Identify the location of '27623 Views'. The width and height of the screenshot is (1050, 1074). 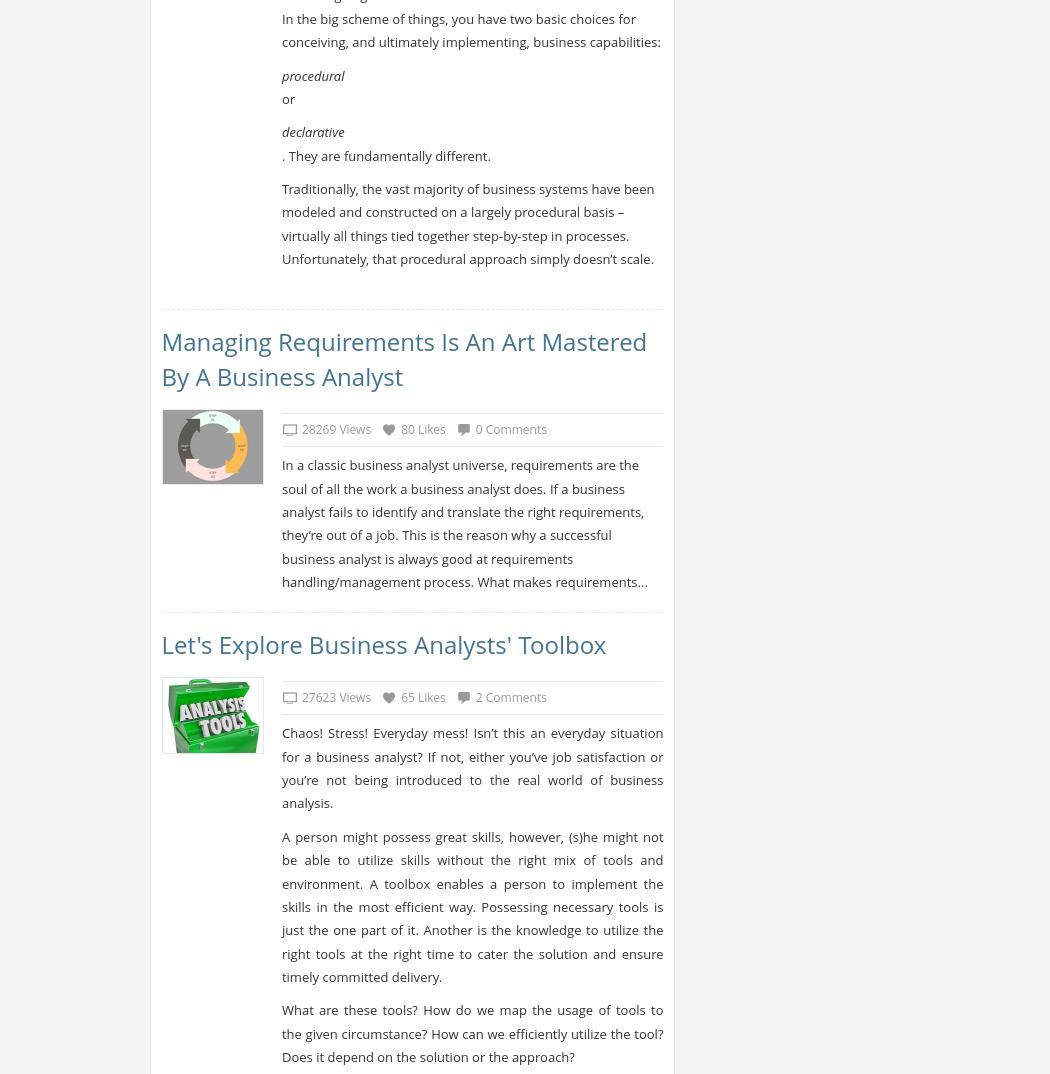
(336, 695).